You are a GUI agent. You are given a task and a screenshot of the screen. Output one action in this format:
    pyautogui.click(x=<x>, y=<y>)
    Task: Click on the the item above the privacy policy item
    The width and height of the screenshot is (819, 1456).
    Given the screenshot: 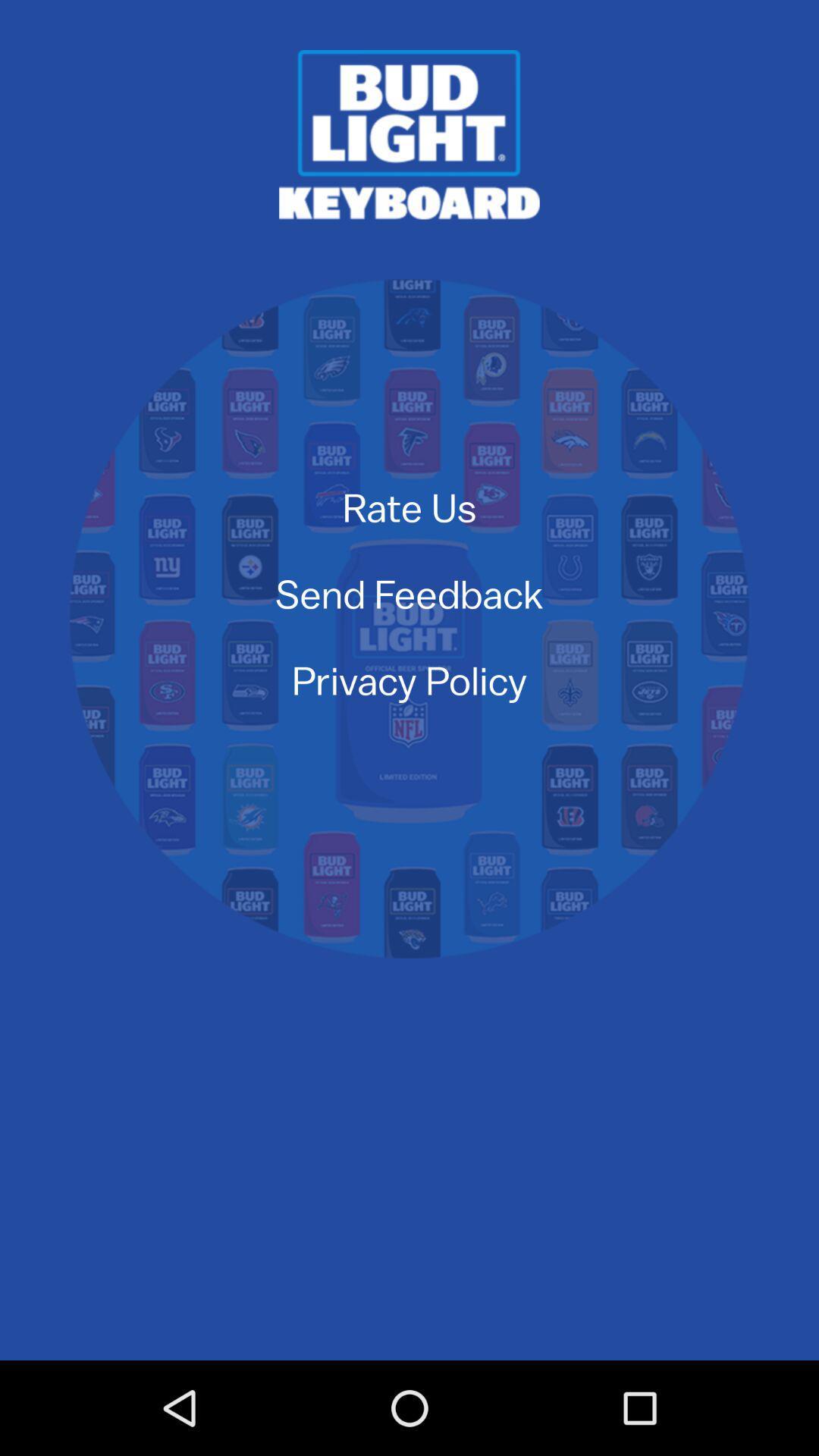 What is the action you would take?
    pyautogui.click(x=409, y=592)
    